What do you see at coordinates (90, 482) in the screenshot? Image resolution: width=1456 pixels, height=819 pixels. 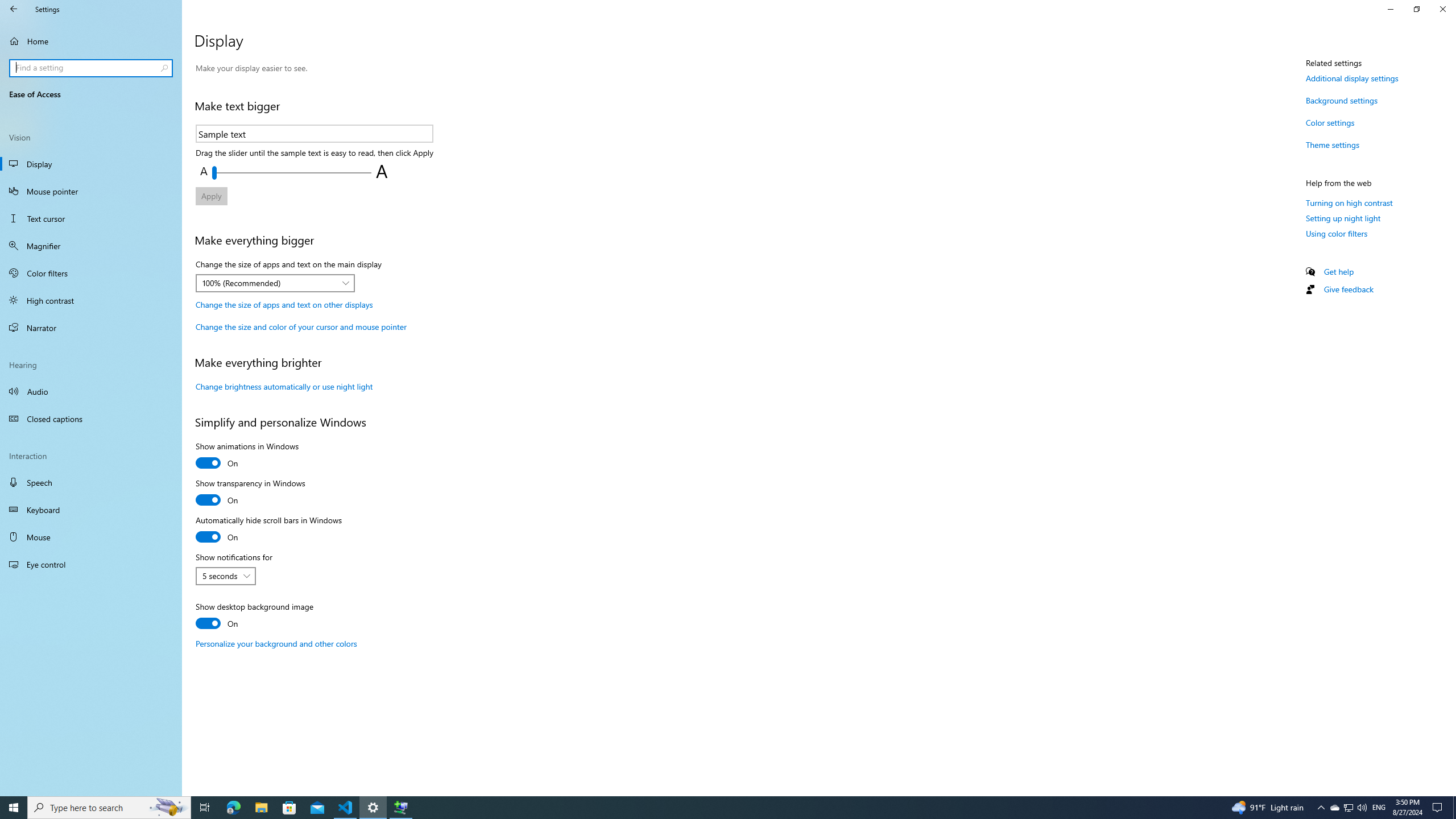 I see `'Speech'` at bounding box center [90, 482].